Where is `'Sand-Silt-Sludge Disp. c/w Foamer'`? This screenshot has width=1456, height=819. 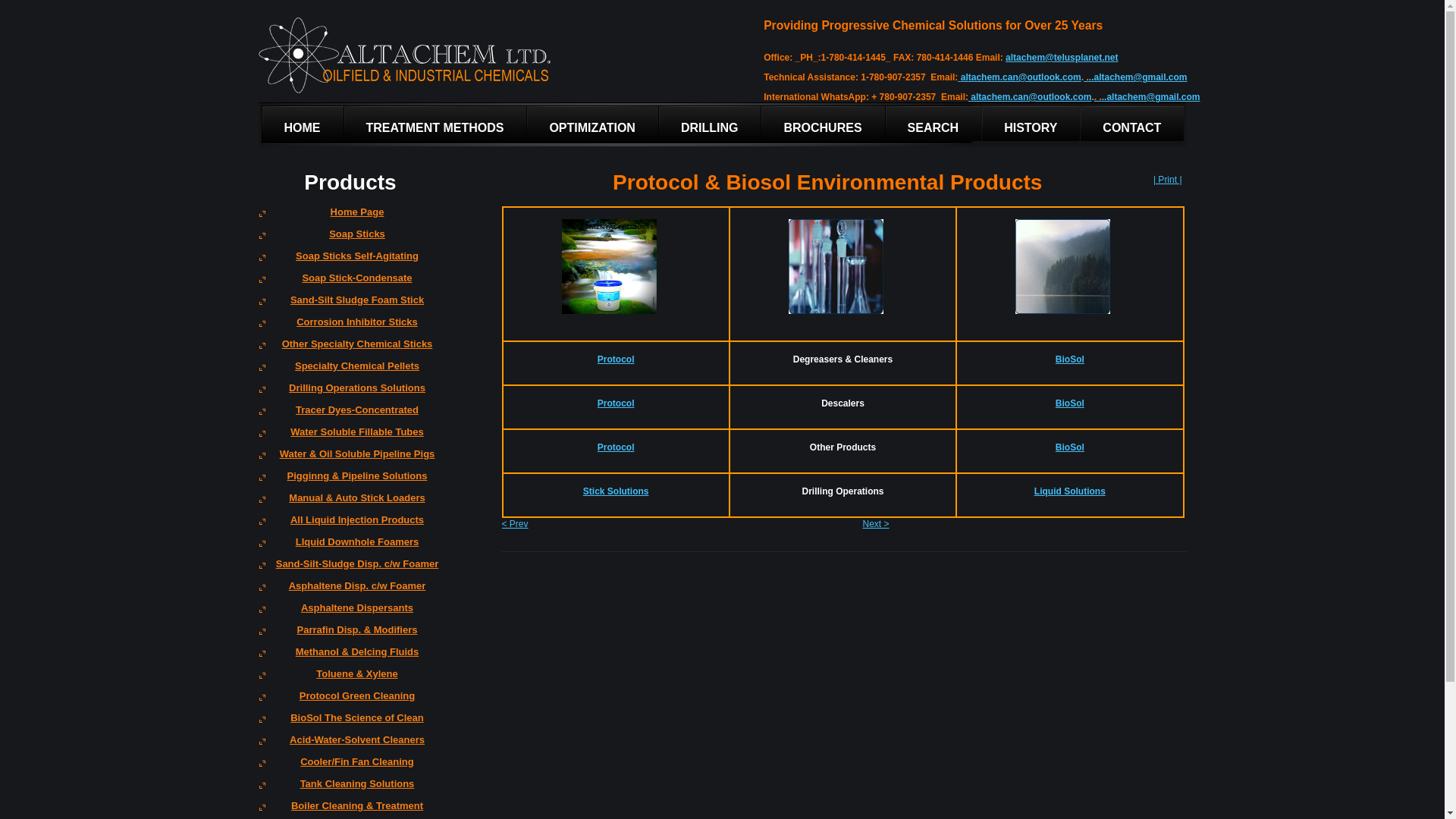 'Sand-Silt-Sludge Disp. c/w Foamer' is located at coordinates (350, 569).